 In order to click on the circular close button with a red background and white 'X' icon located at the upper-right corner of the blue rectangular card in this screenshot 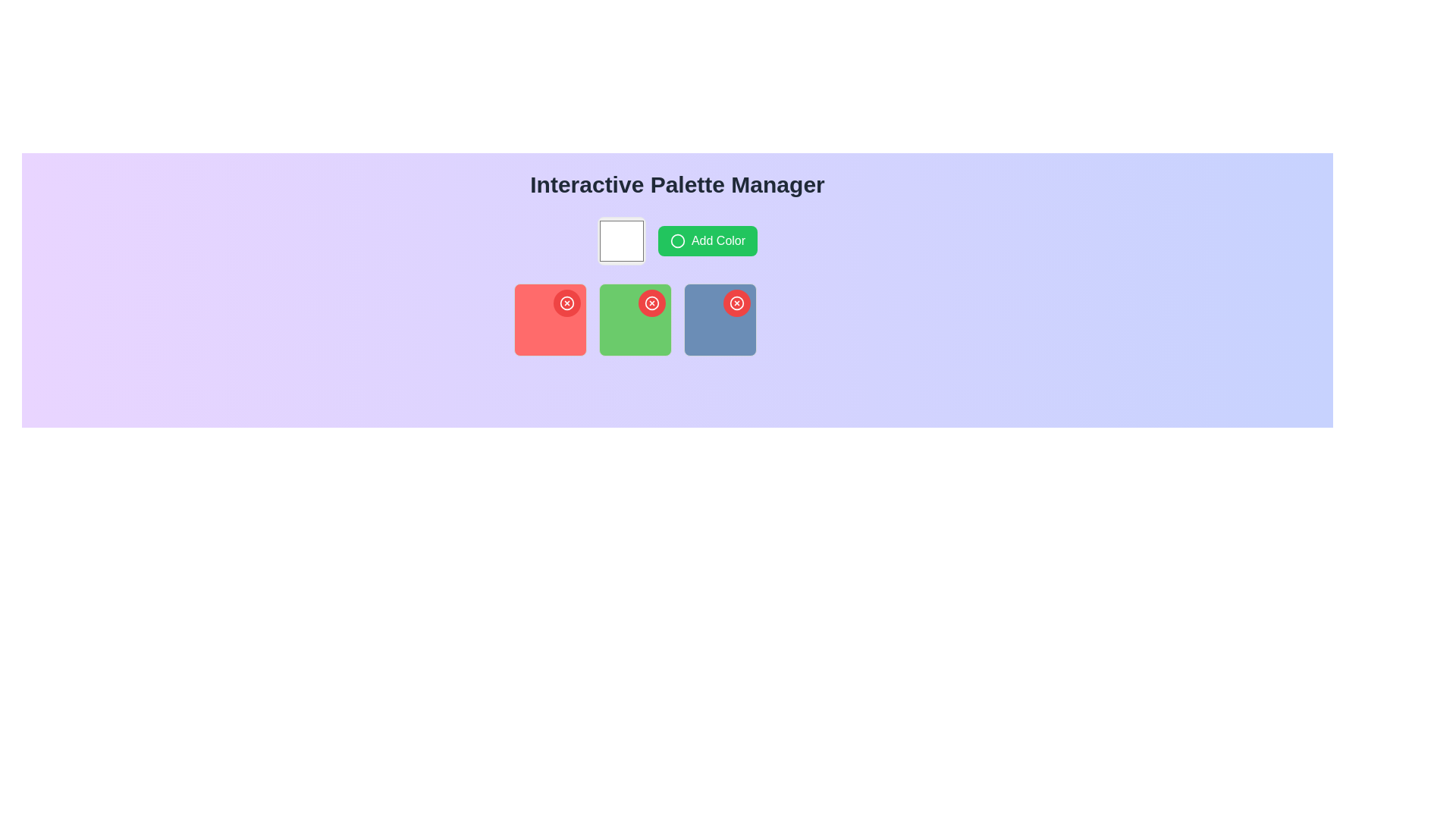, I will do `click(736, 303)`.